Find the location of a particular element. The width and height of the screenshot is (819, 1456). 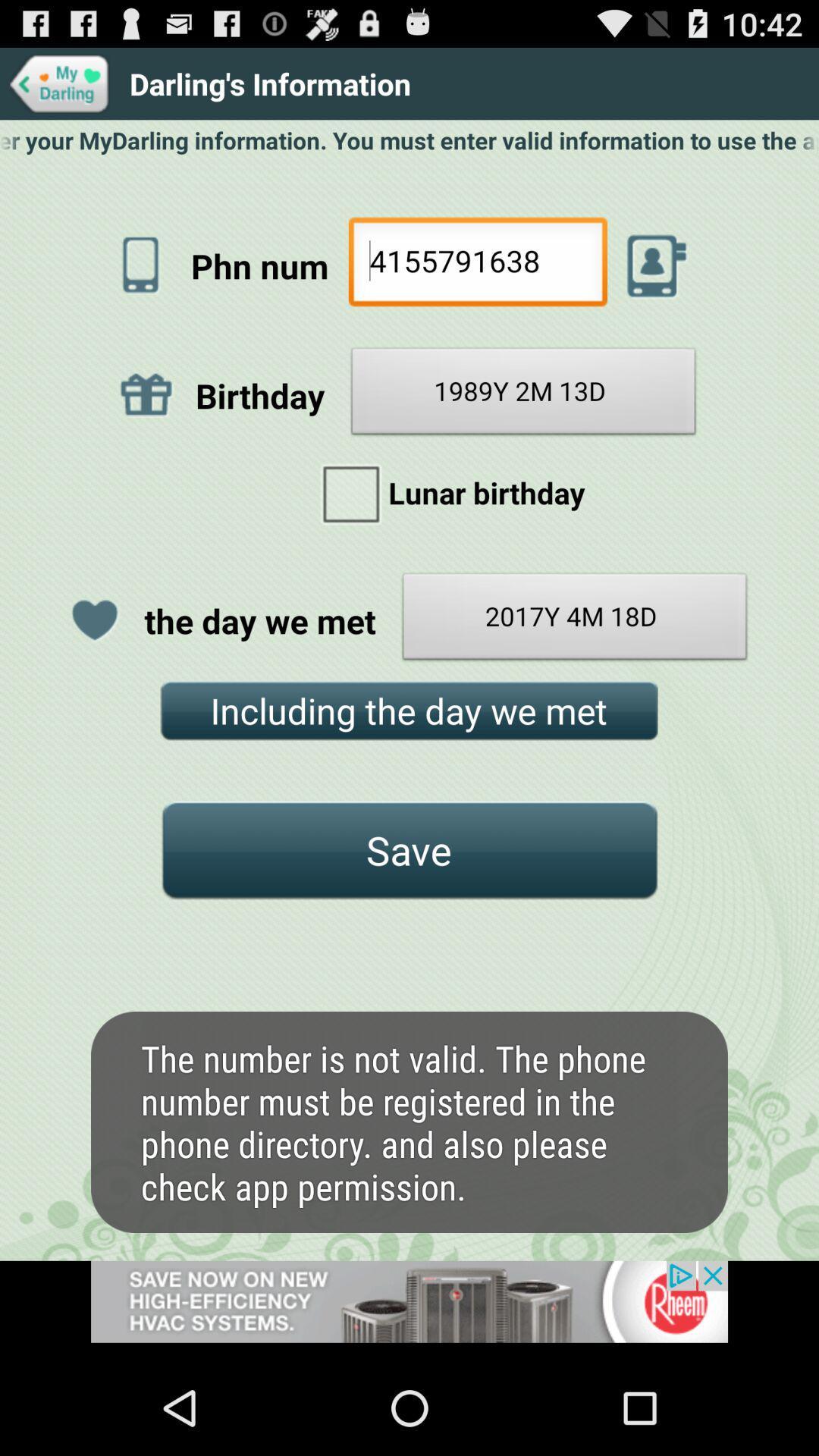

home page is located at coordinates (59, 83).